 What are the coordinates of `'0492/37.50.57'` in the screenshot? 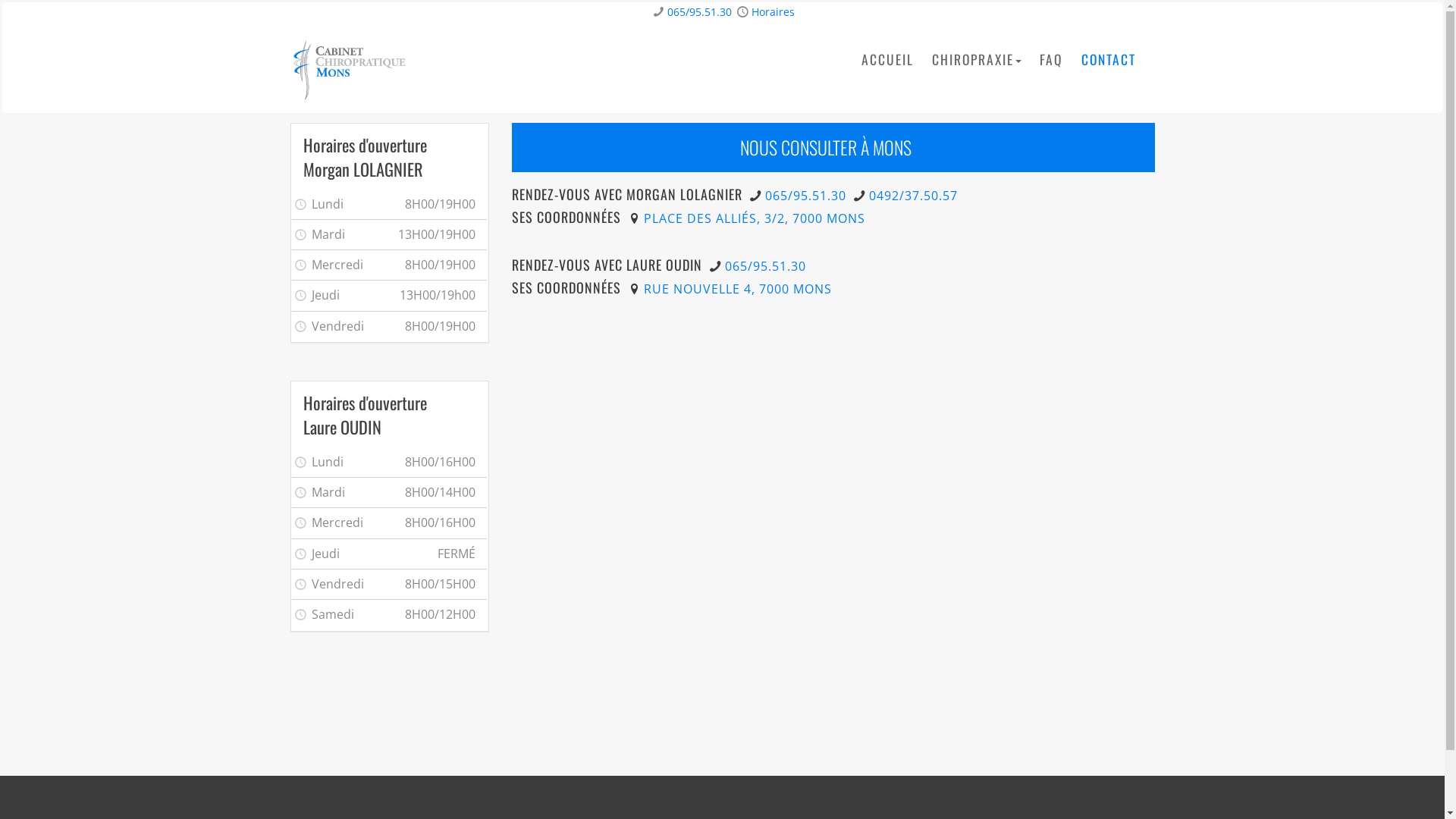 It's located at (869, 195).